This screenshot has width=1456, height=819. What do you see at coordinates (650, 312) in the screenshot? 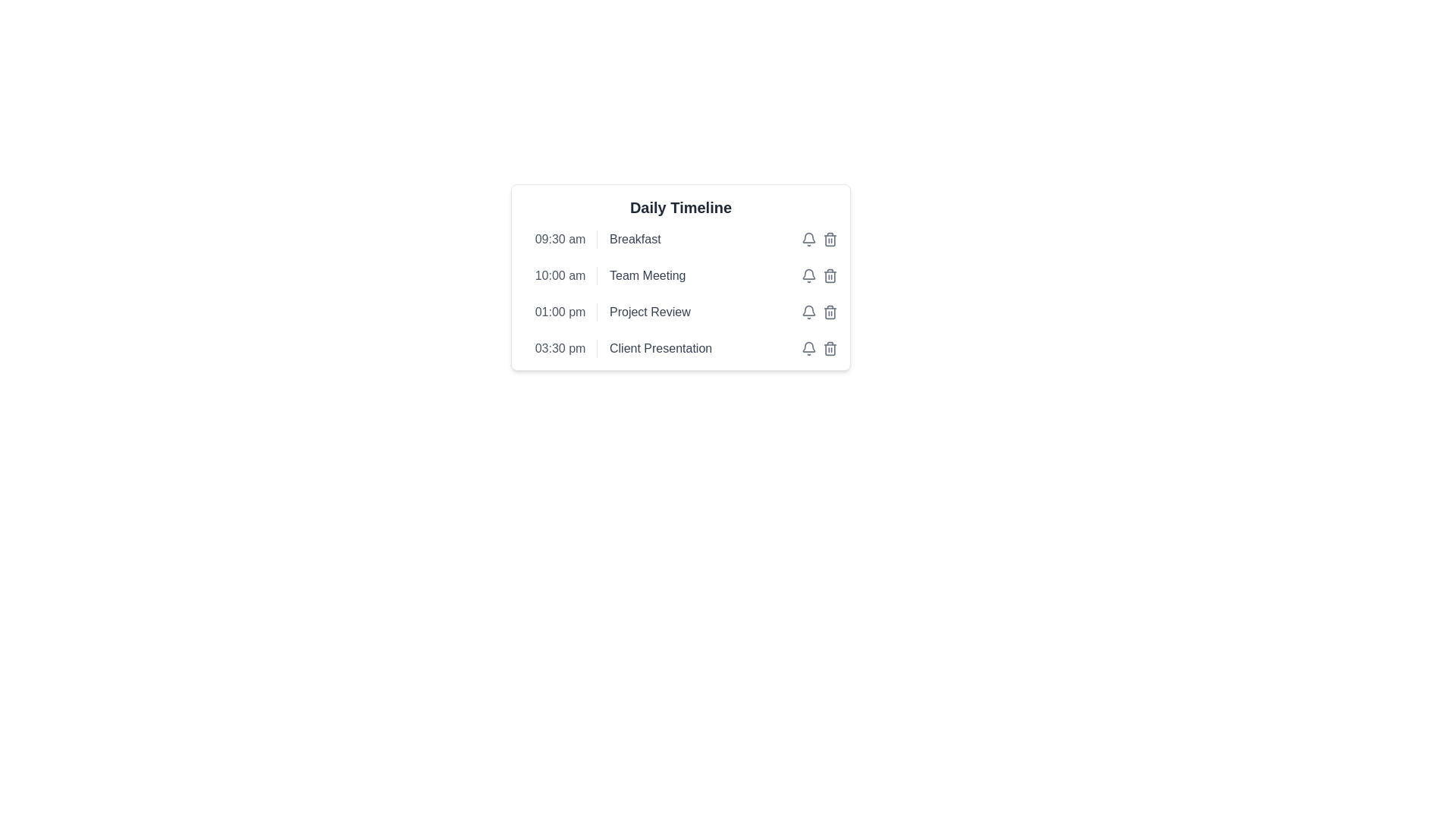
I see `the 'Project Review' text label in the Daily Timeline list interface, positioned at 01:00 pm, which is styled in gray color and serves as an event descriptor` at bounding box center [650, 312].